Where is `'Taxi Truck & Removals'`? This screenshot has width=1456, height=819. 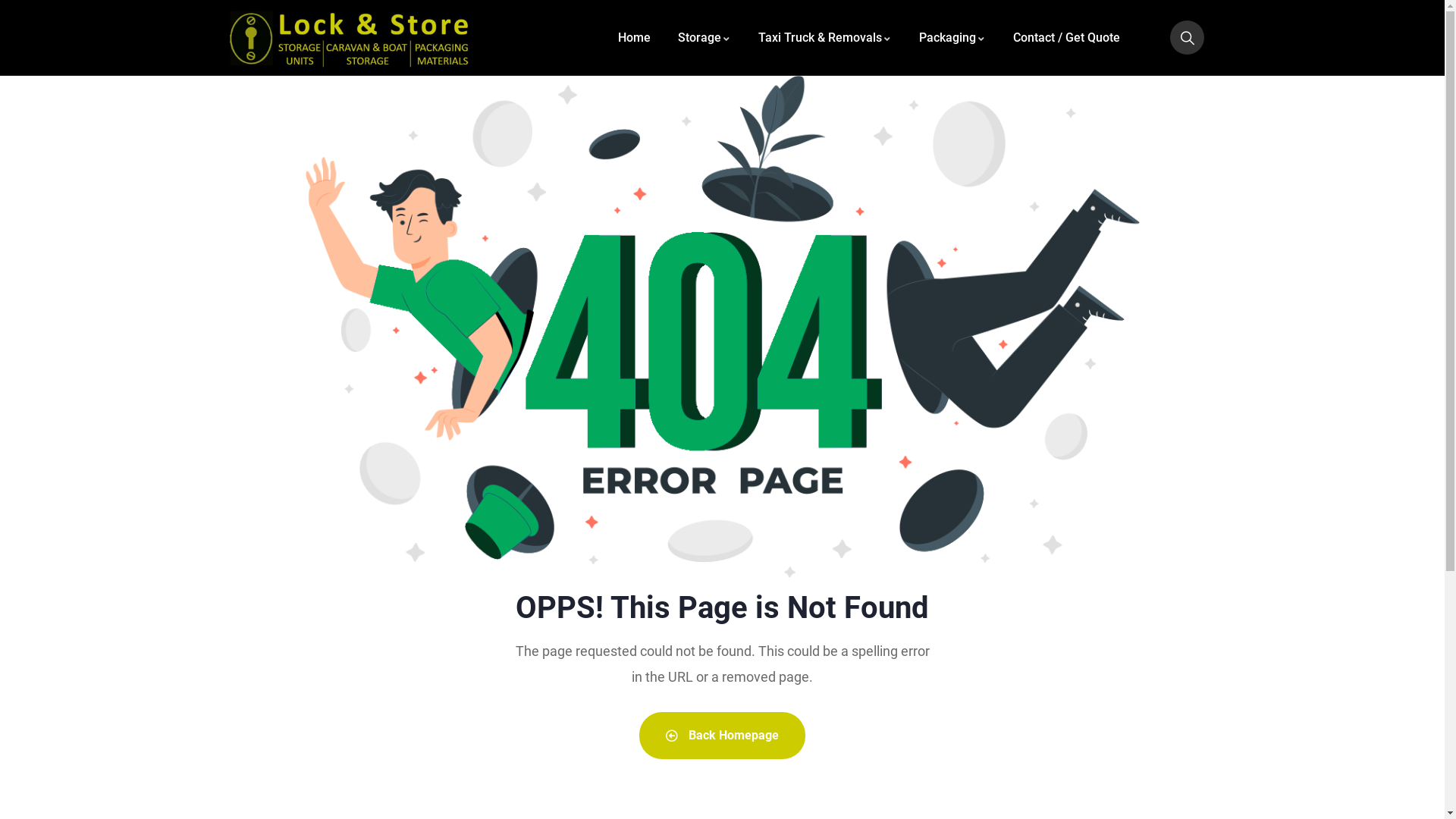
'Taxi Truck & Removals' is located at coordinates (824, 36).